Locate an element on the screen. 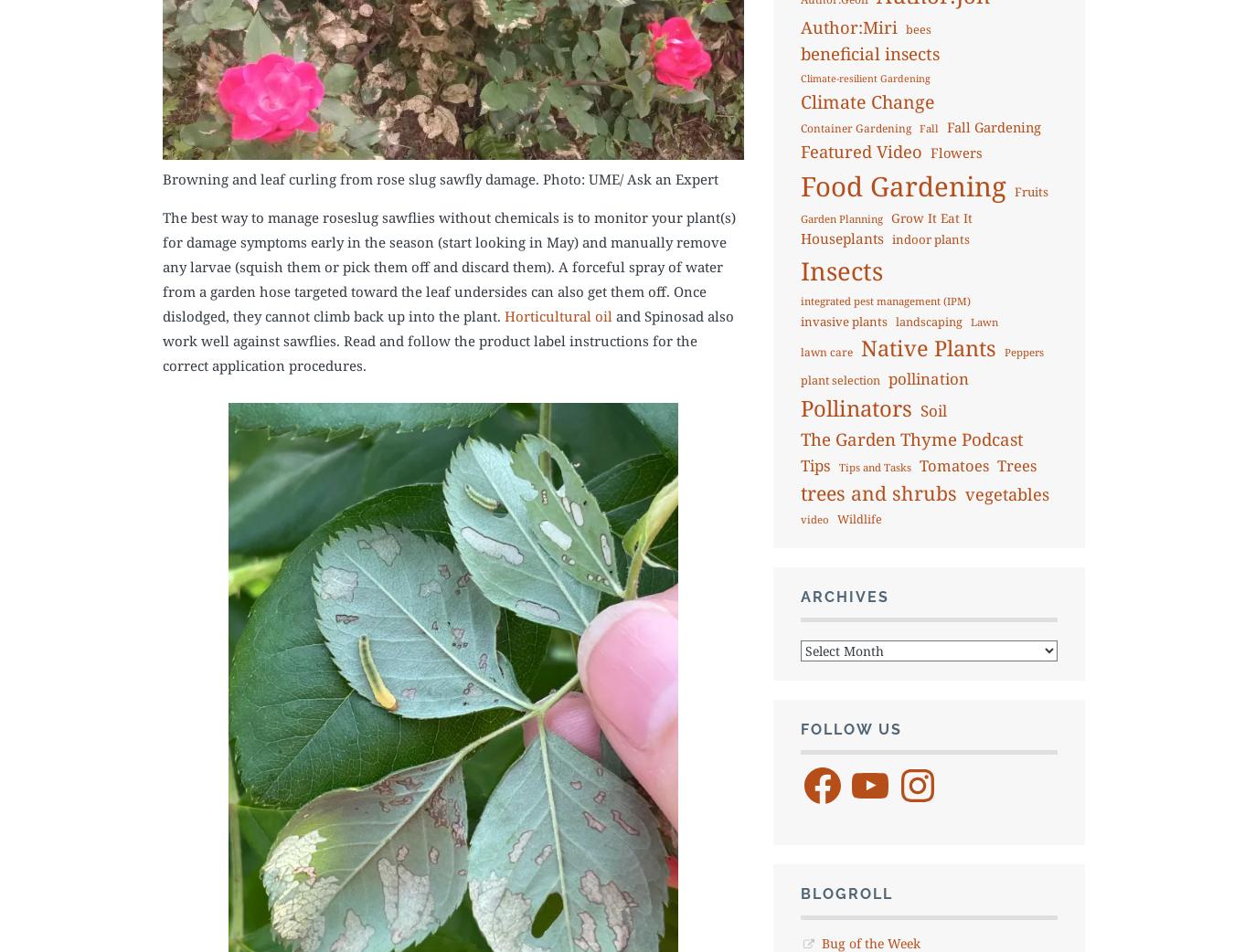 The height and width of the screenshot is (952, 1234). 'invasive plants' is located at coordinates (842, 320).